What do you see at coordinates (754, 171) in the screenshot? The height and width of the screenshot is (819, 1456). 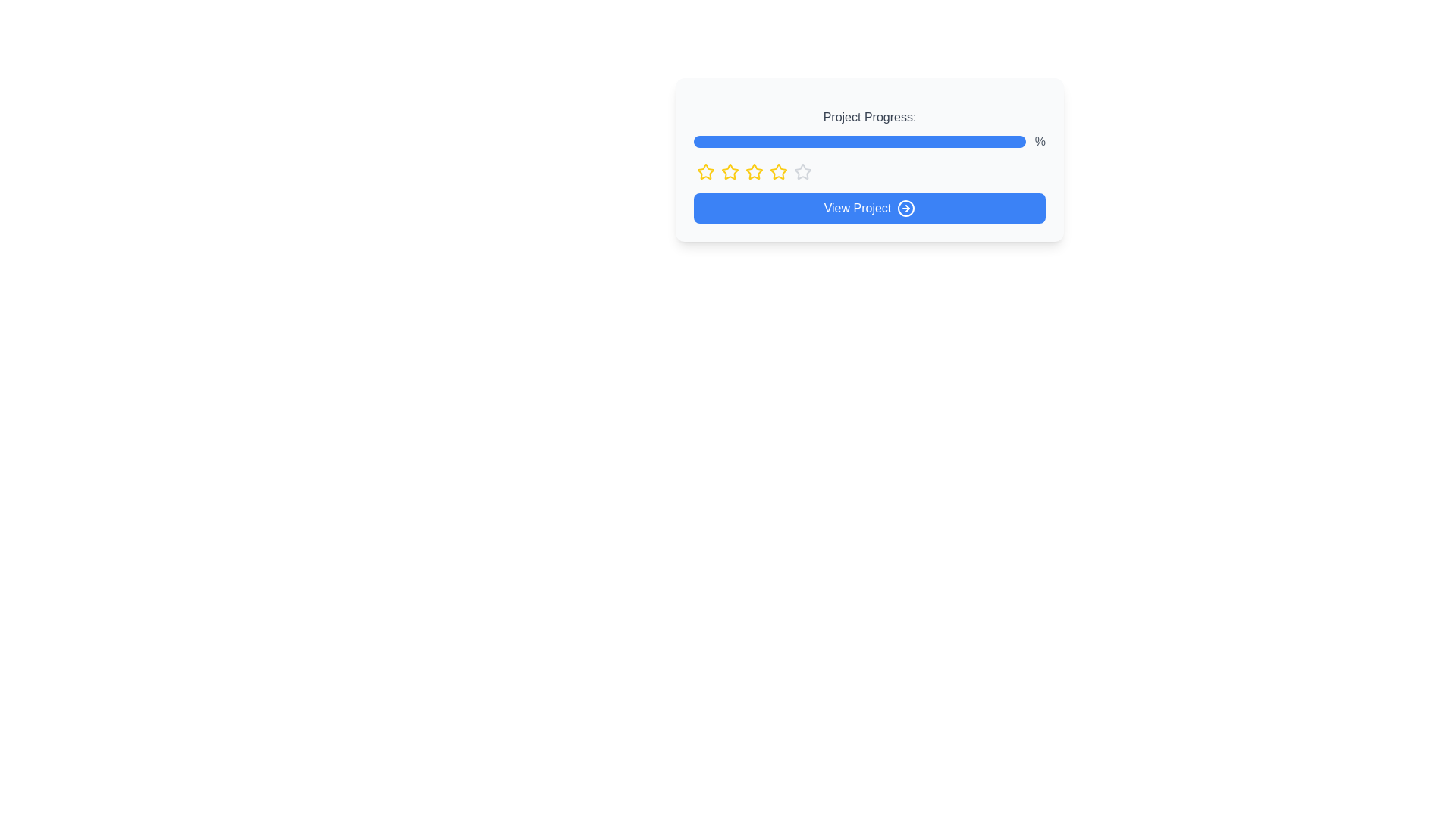 I see `the third star in the five-star rating system` at bounding box center [754, 171].